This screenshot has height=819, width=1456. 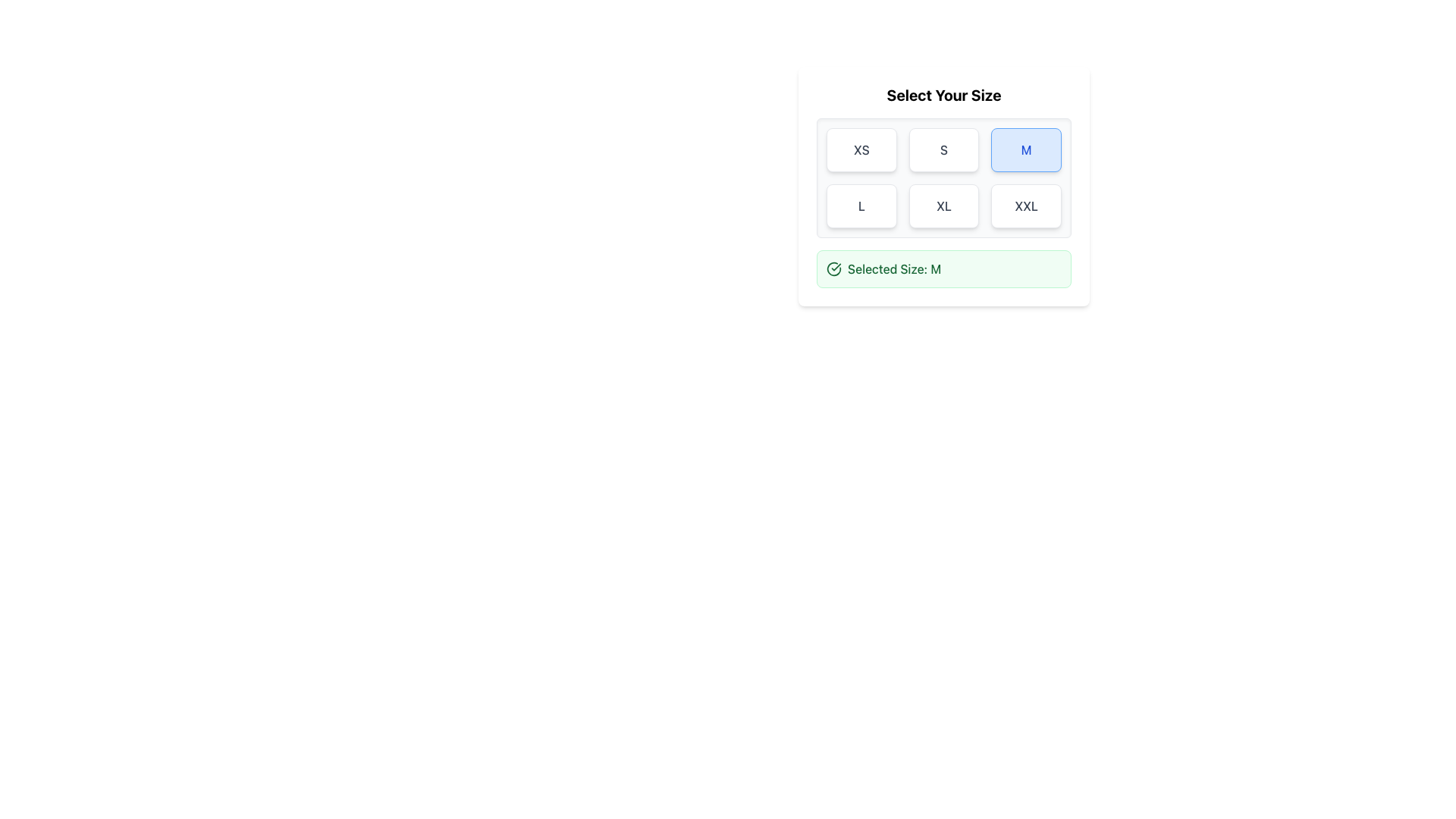 What do you see at coordinates (943, 206) in the screenshot?
I see `the rectangular button labeled 'XL' with a white background and black text` at bounding box center [943, 206].